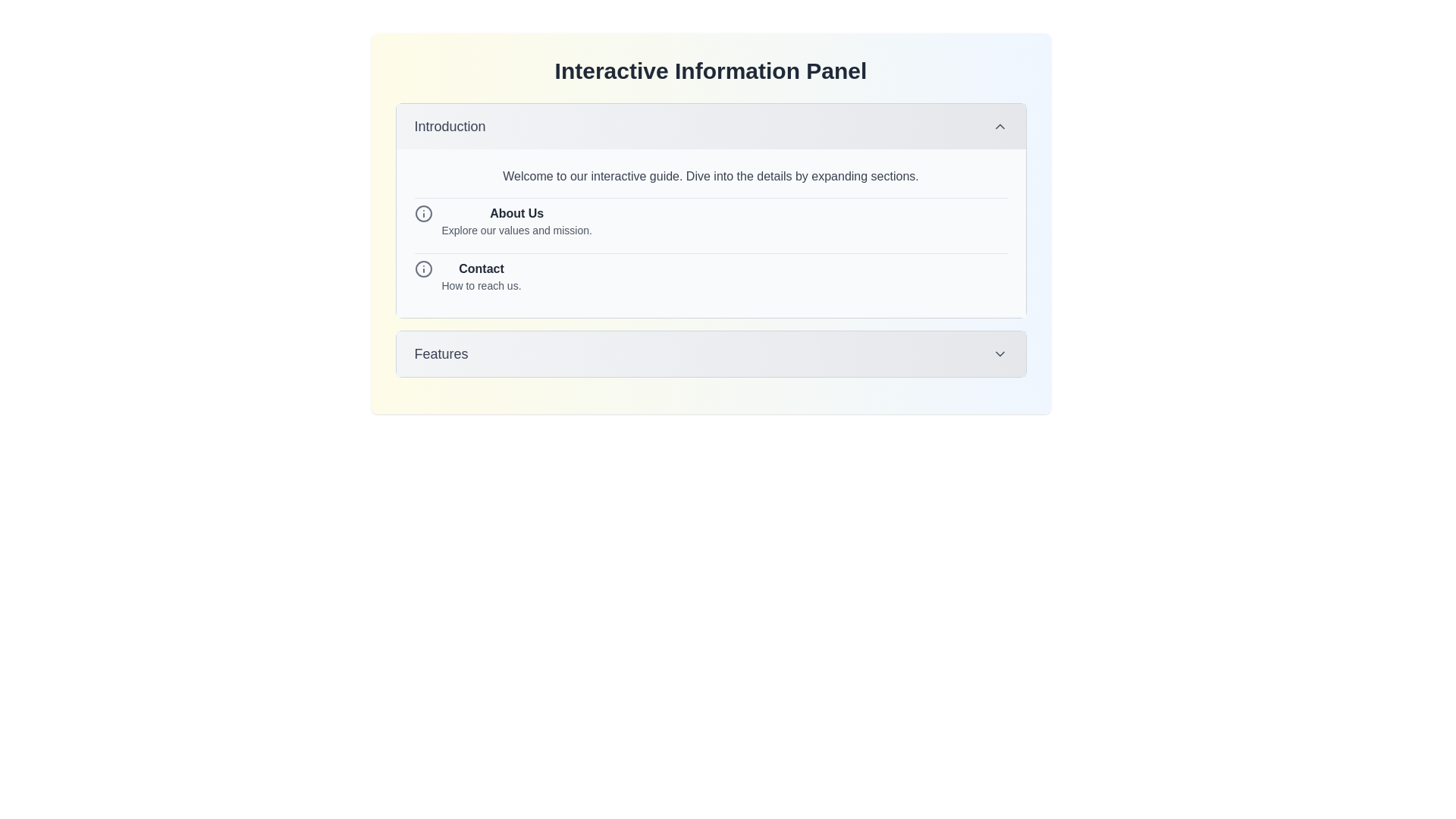 The height and width of the screenshot is (819, 1456). Describe the element at coordinates (999, 353) in the screenshot. I see `the downward-facing gray chevron icon next to the 'Features' label to trigger the tooltip effect` at that location.